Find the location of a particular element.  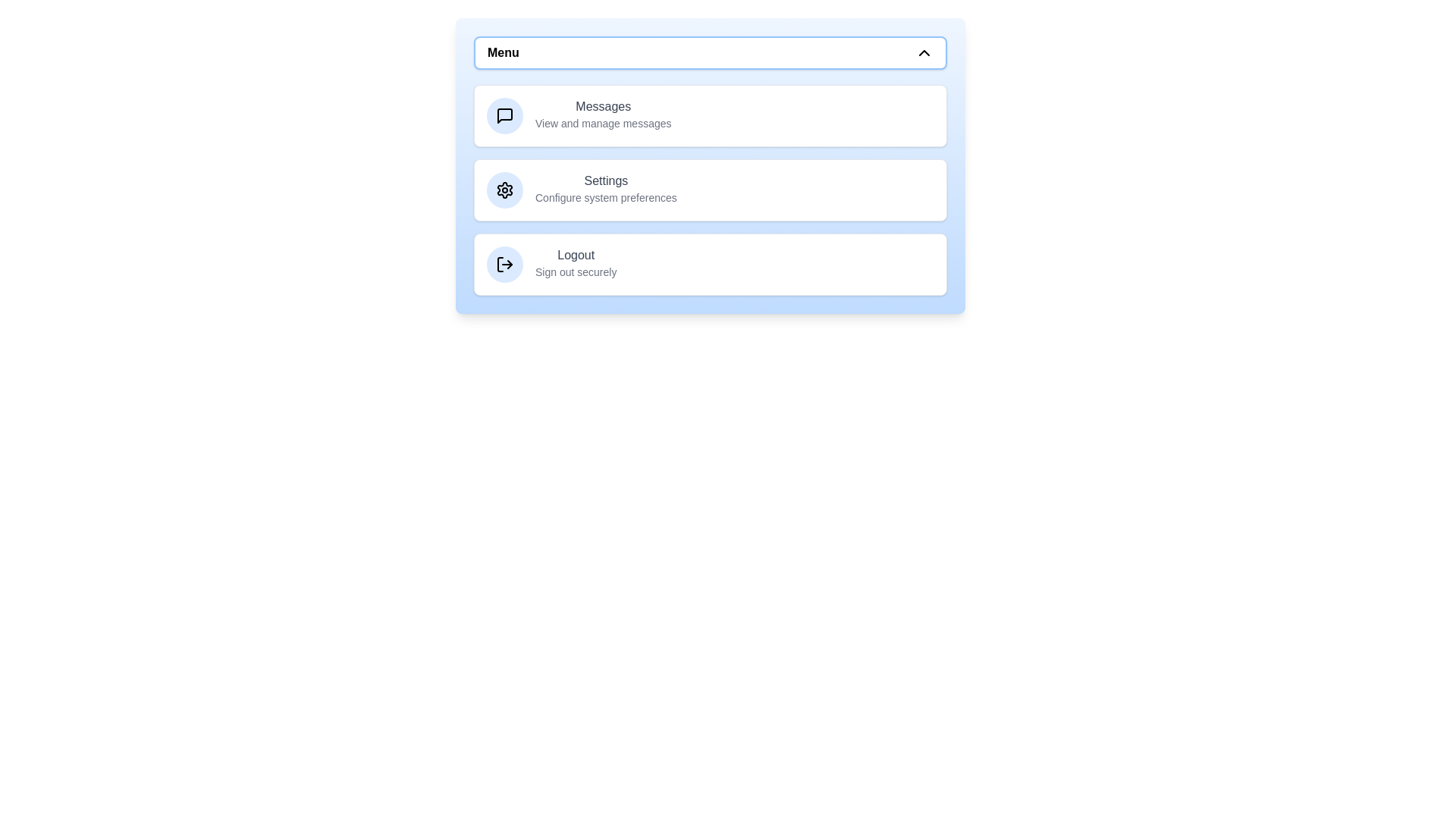

the menu item labeled Messages is located at coordinates (709, 115).